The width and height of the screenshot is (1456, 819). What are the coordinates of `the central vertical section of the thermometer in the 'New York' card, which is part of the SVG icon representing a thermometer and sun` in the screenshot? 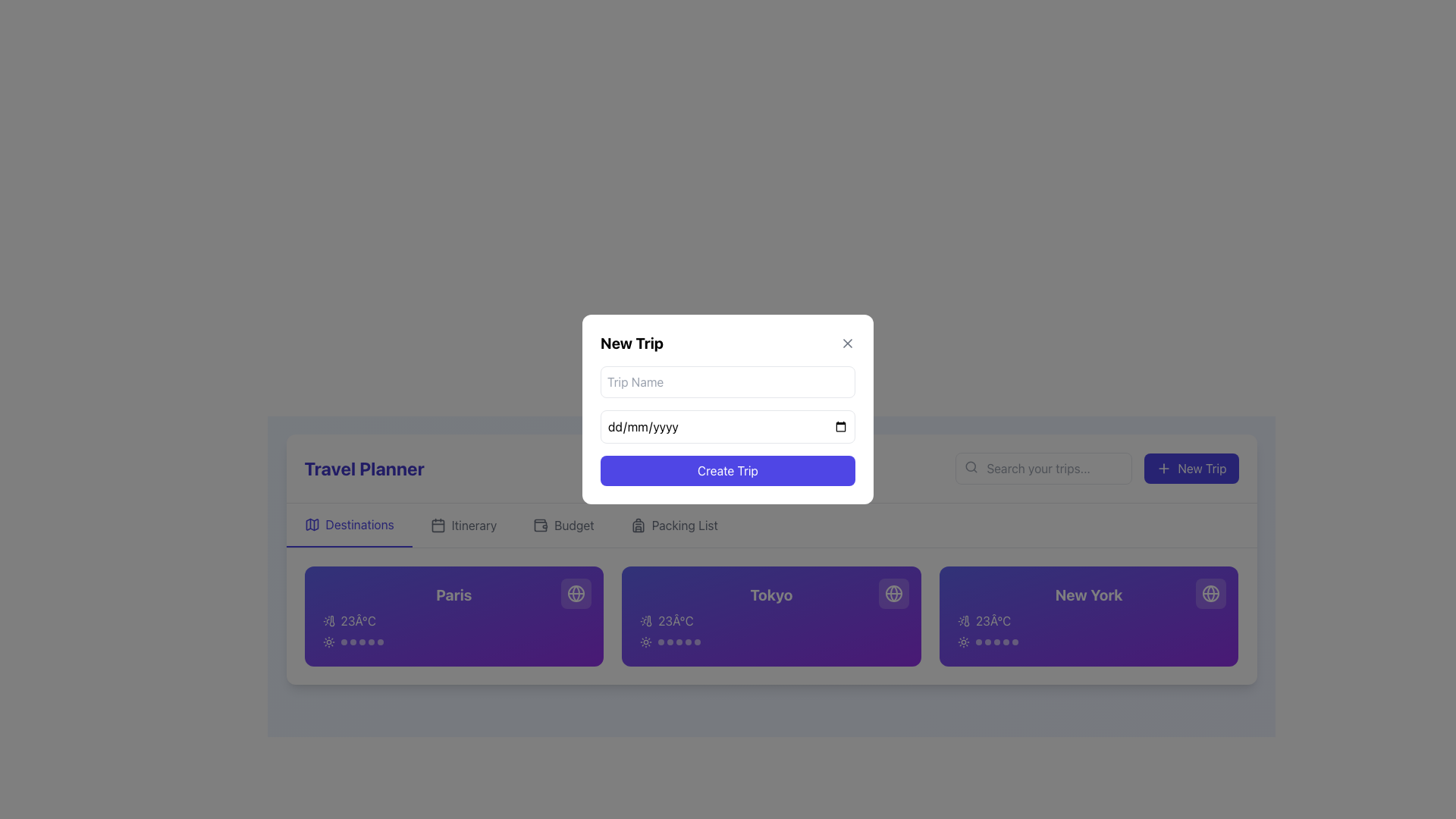 It's located at (965, 620).